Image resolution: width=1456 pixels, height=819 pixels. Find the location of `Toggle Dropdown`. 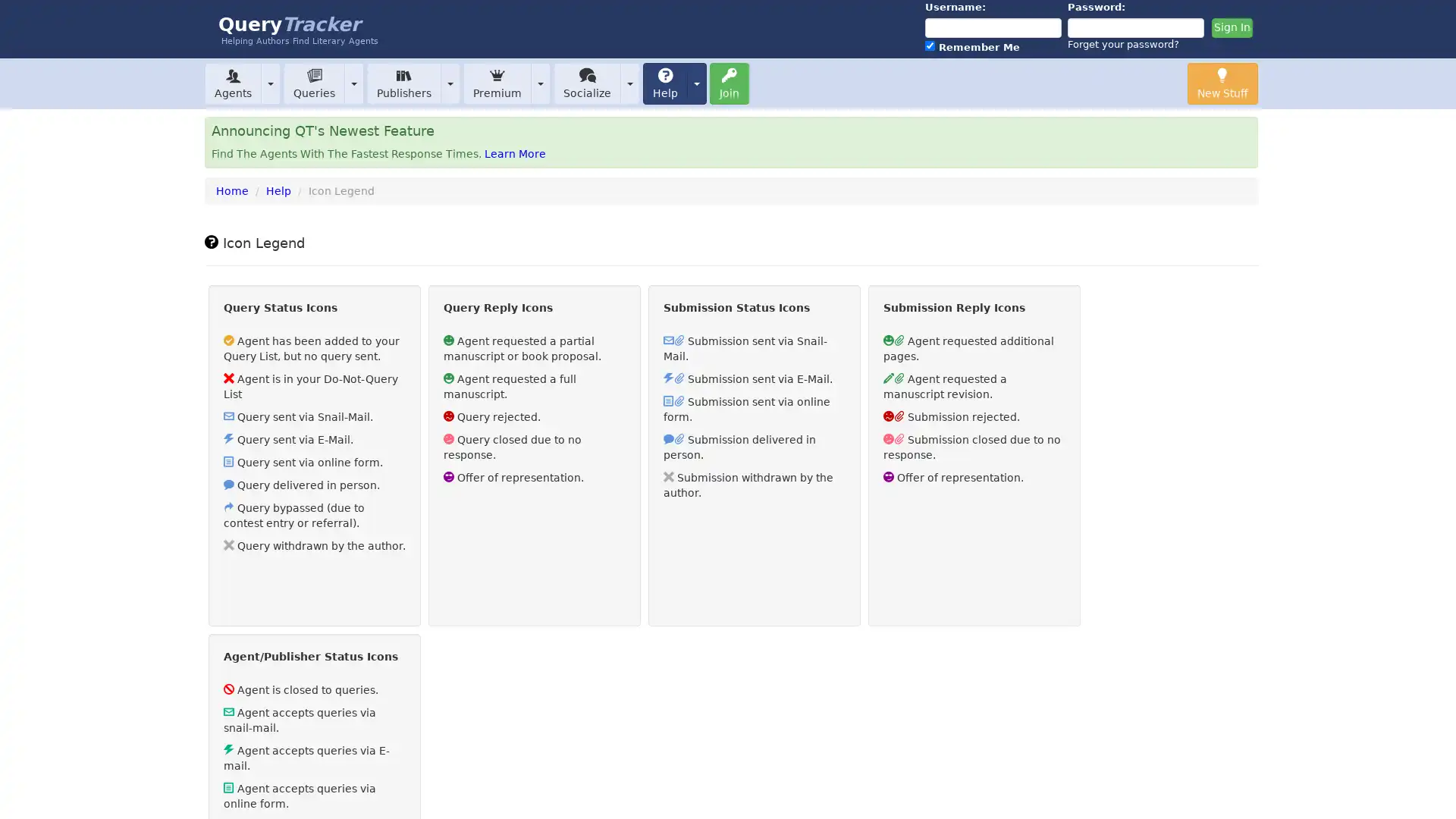

Toggle Dropdown is located at coordinates (353, 83).